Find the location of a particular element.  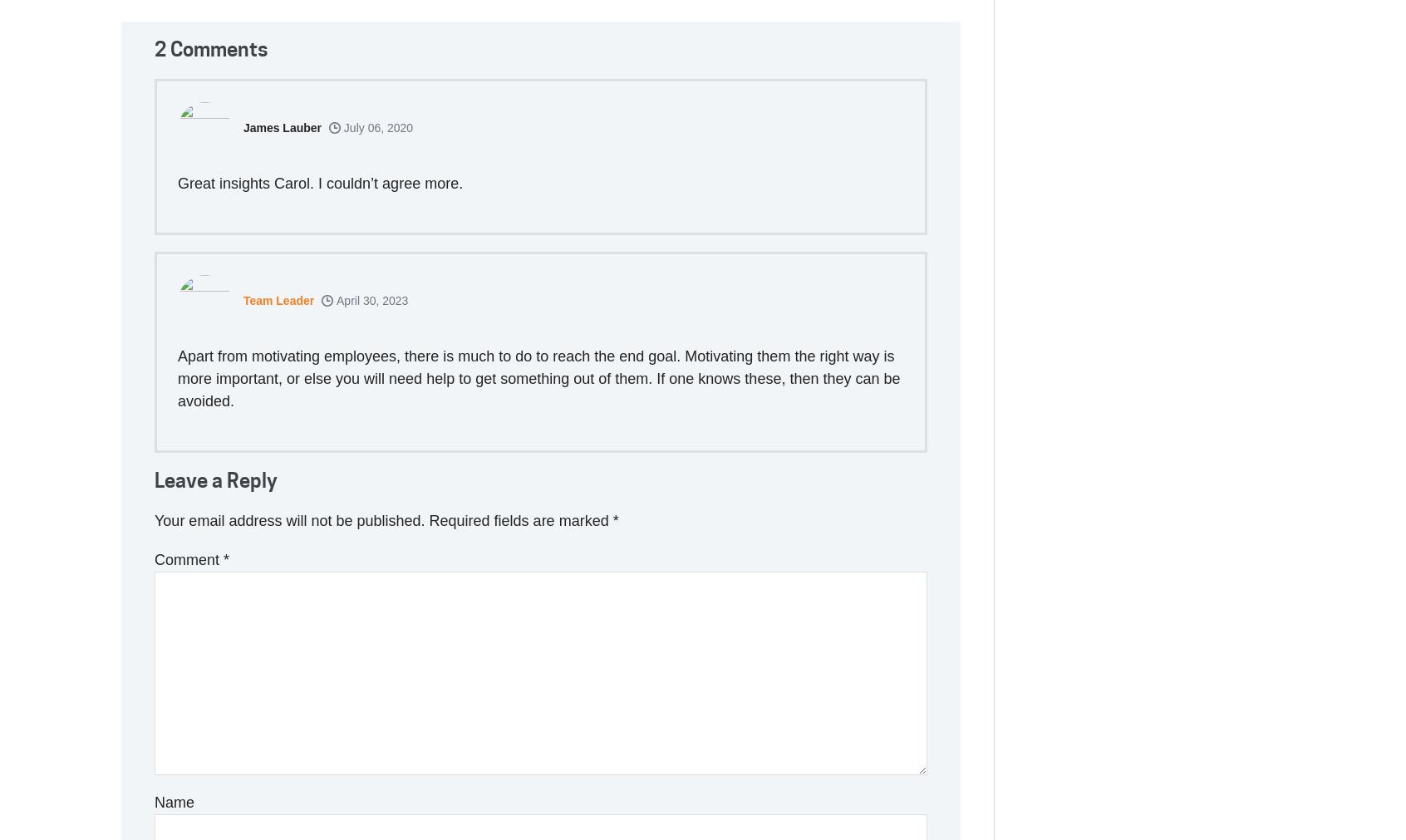

'Your email address will not be published.' is located at coordinates (288, 520).